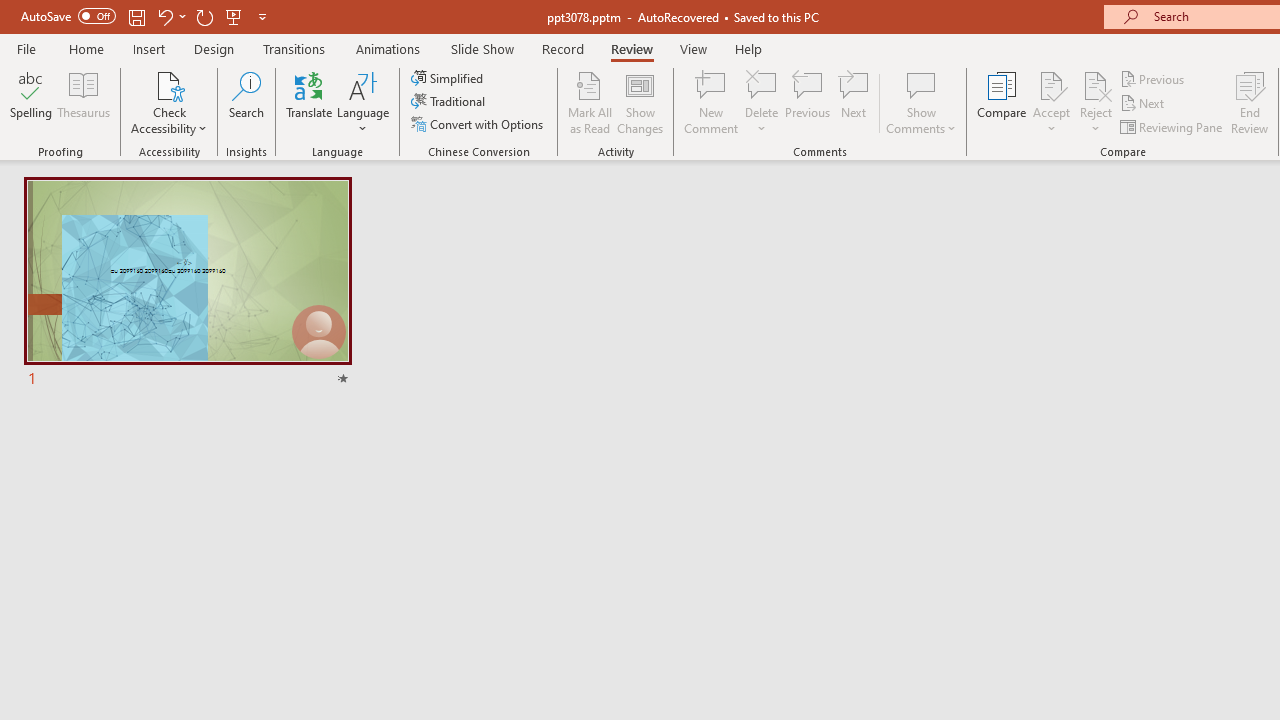 This screenshot has width=1280, height=720. I want to click on 'Show Comments', so click(920, 84).